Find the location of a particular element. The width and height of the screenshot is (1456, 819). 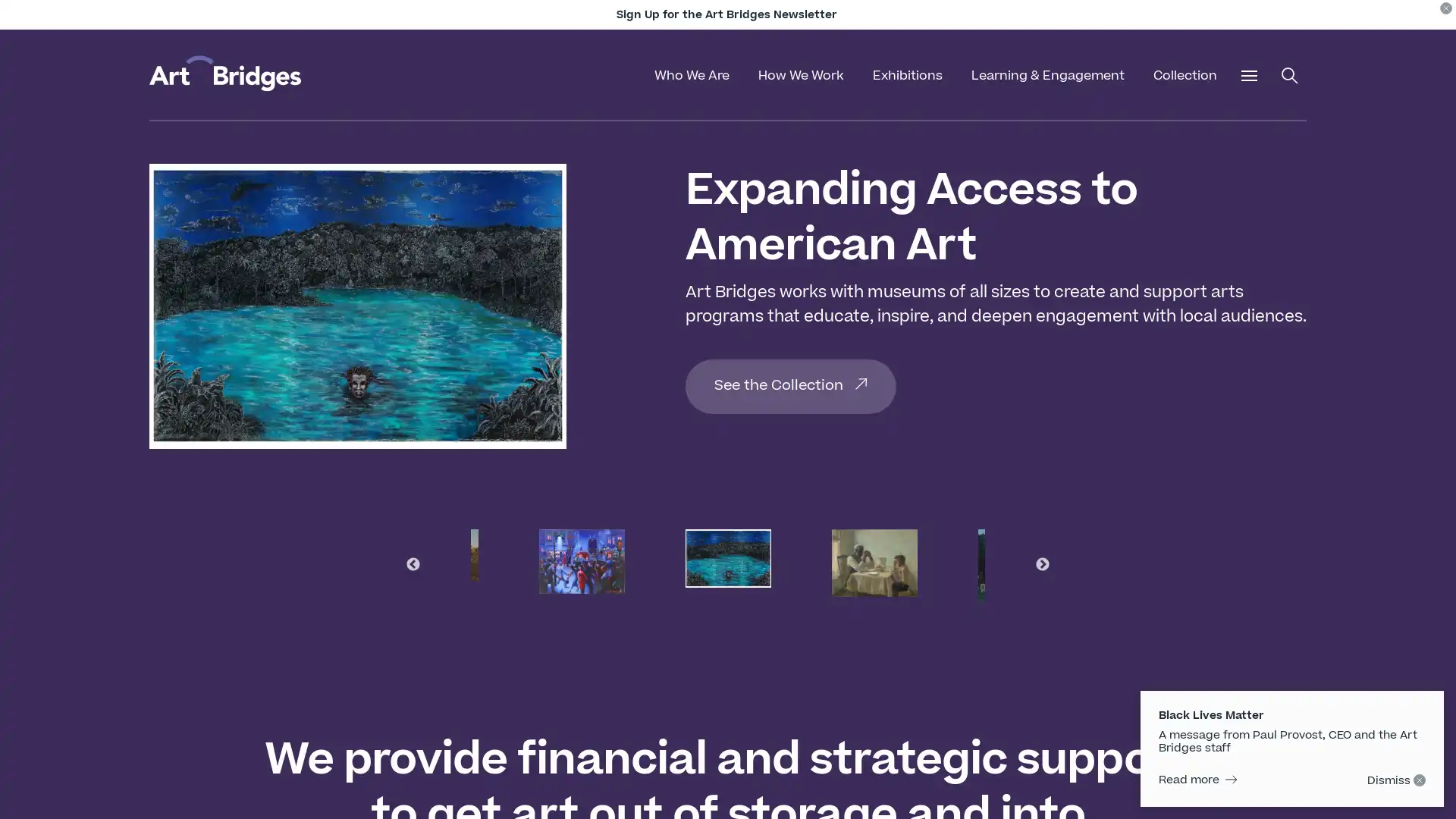

Previous is located at coordinates (413, 564).